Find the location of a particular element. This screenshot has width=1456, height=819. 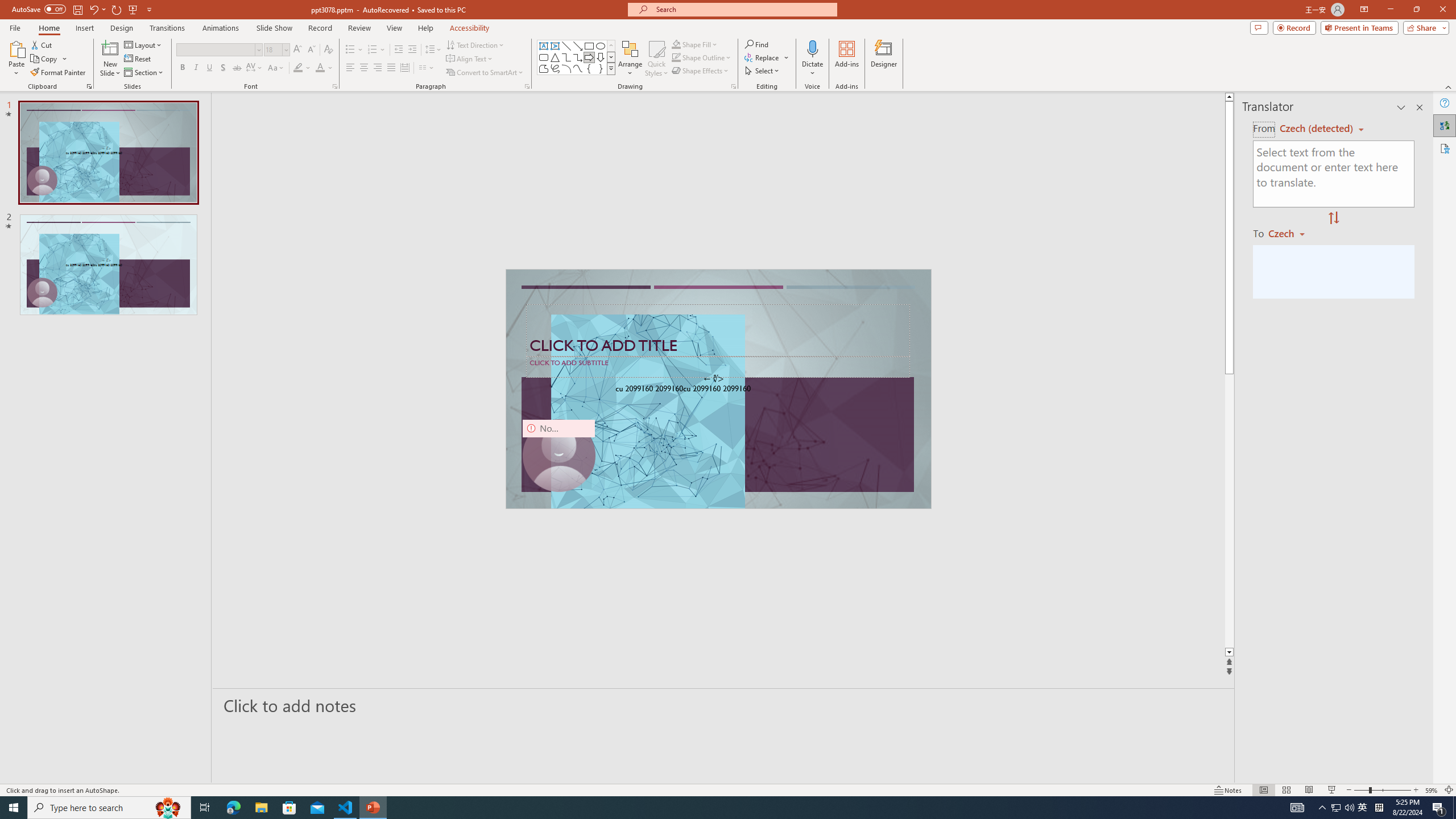

'Vertical Text Box' is located at coordinates (554, 45).